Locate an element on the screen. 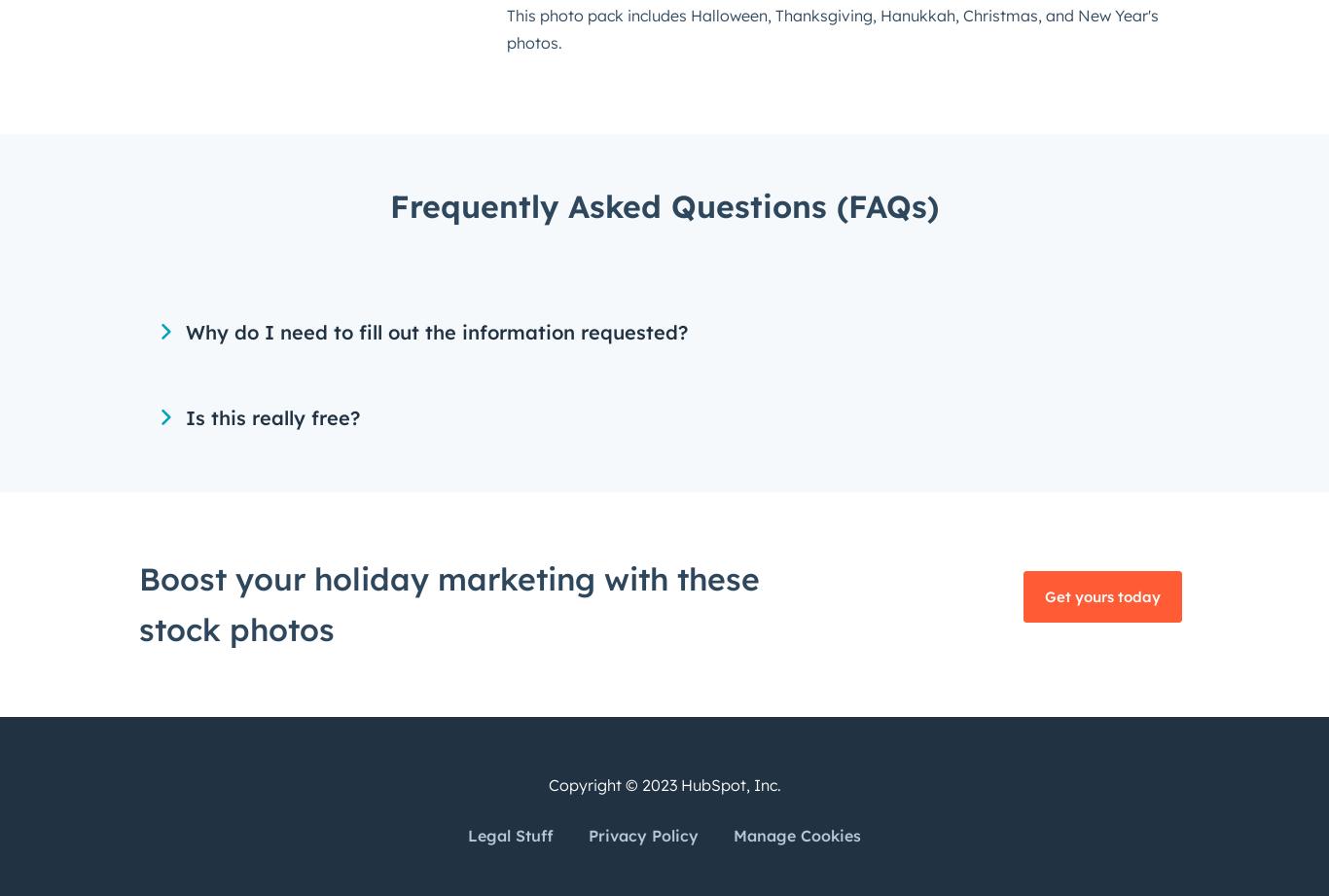 This screenshot has height=896, width=1329. 'Get yours today' is located at coordinates (1043, 594).